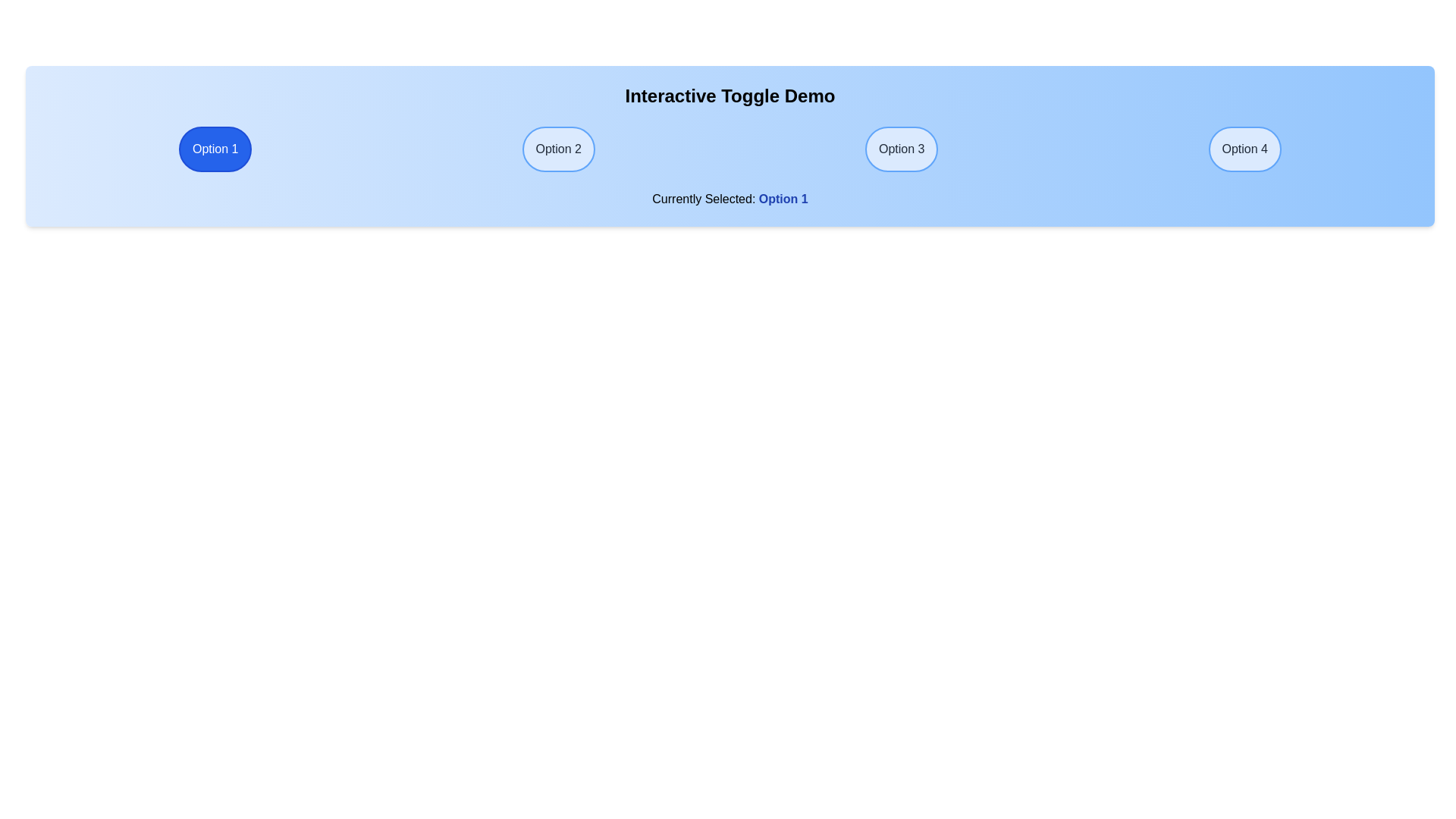 The image size is (1456, 819). I want to click on the option Option 2 to select it, so click(558, 149).